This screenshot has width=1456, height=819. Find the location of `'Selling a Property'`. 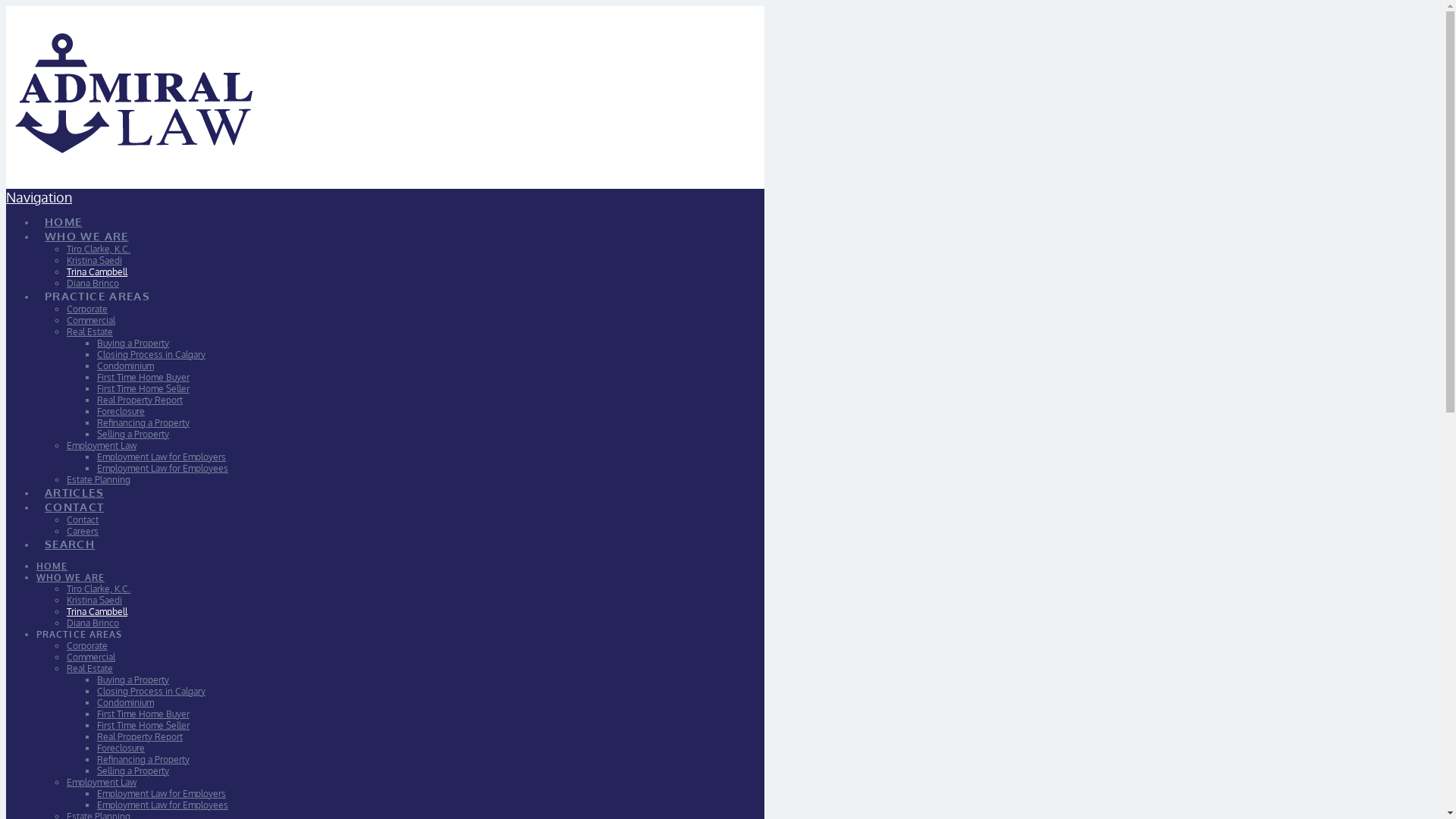

'Selling a Property' is located at coordinates (133, 770).